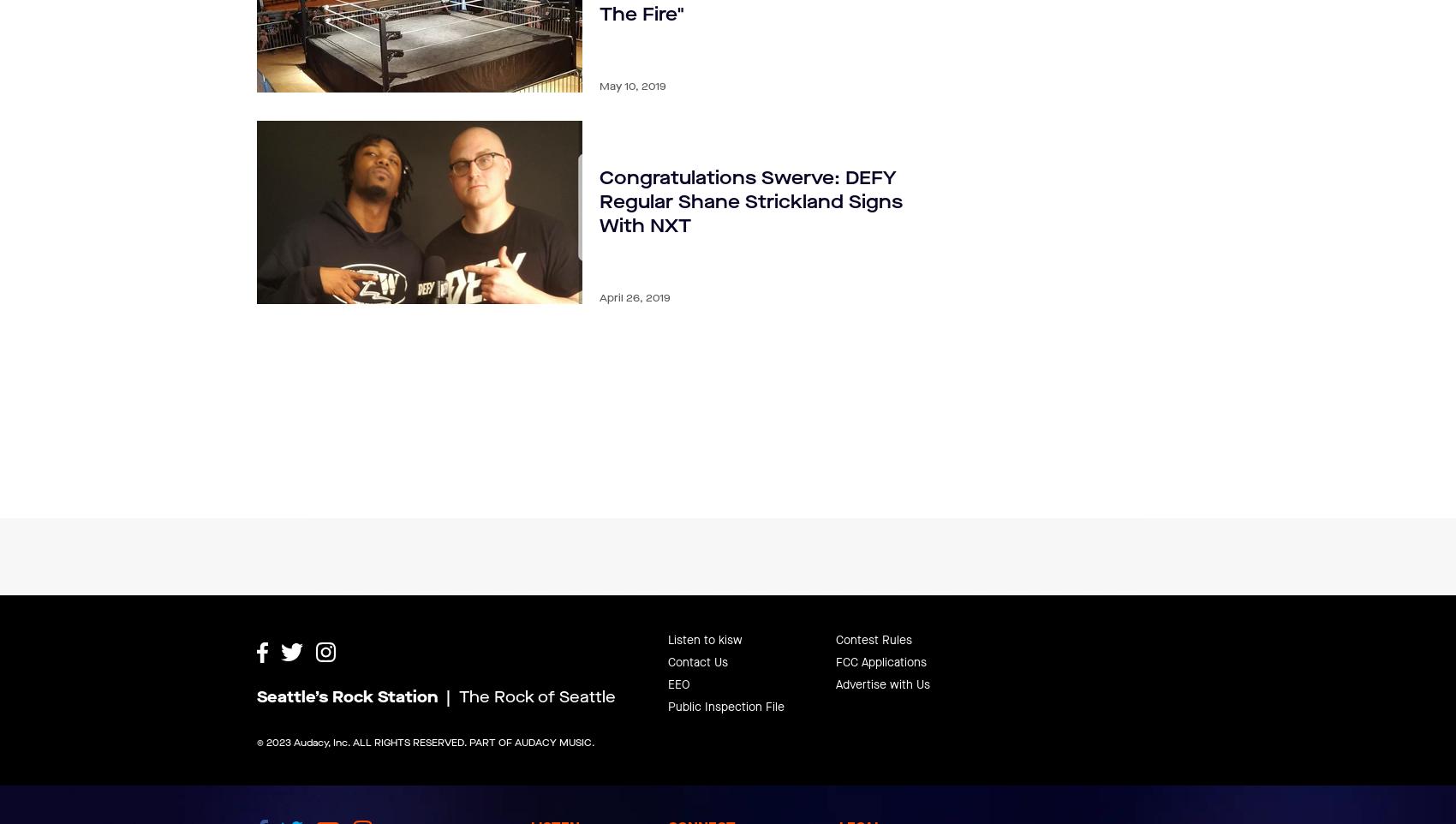  Describe the element at coordinates (696, 619) in the screenshot. I see `'Contact Us'` at that location.